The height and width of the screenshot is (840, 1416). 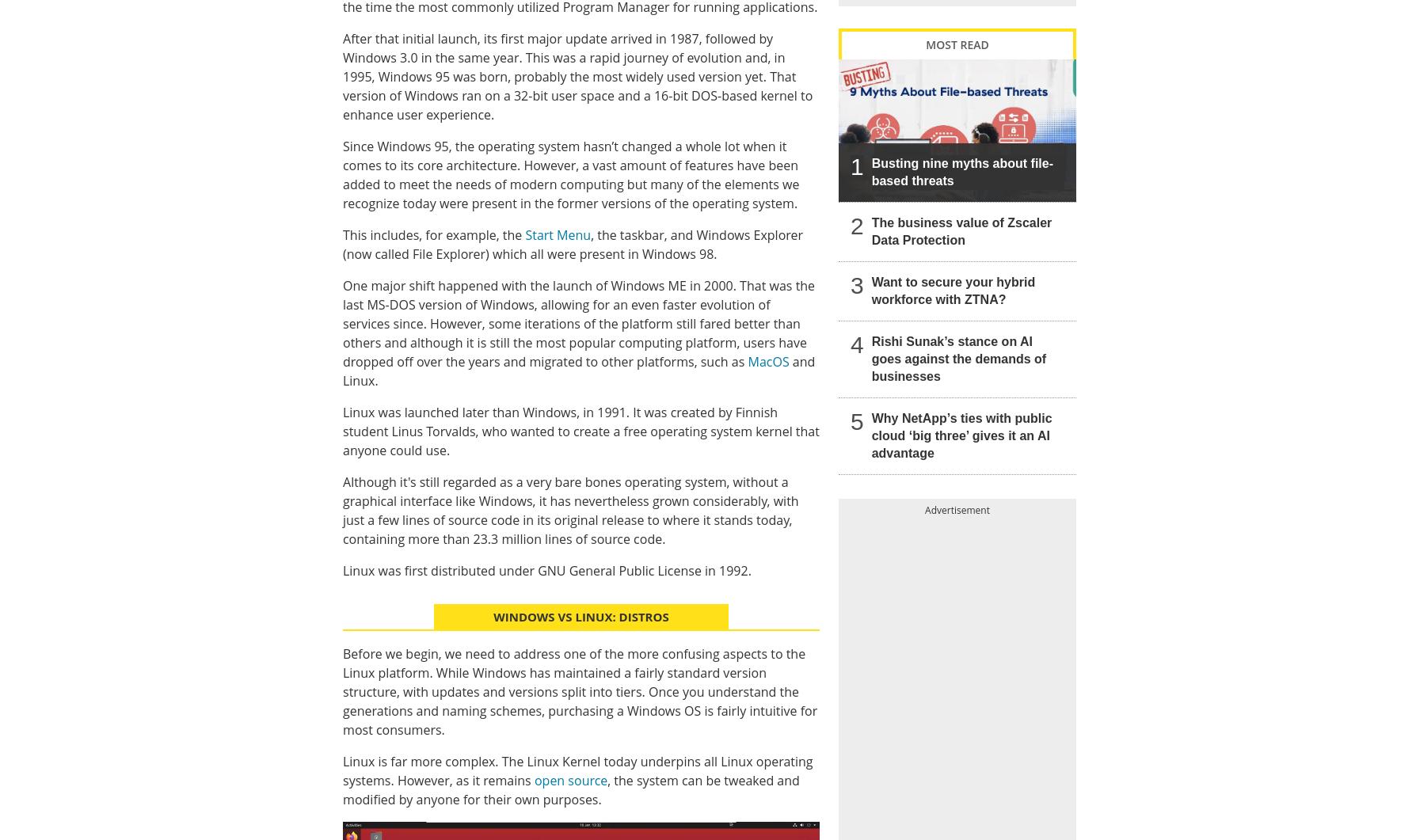 What do you see at coordinates (961, 230) in the screenshot?
I see `'The business value 
of Zscaler Data Protection'` at bounding box center [961, 230].